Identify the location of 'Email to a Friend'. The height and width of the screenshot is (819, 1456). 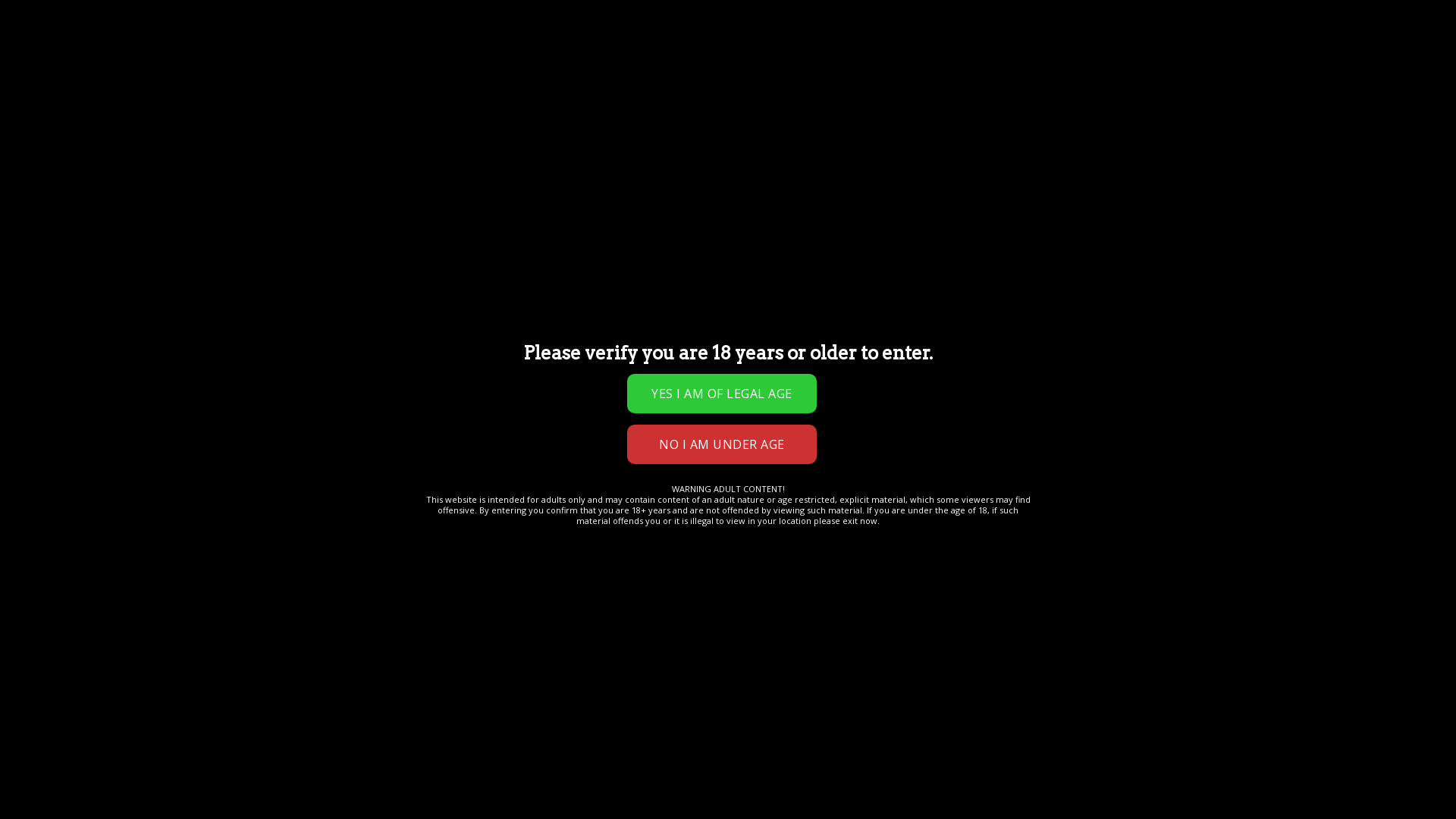
(591, 406).